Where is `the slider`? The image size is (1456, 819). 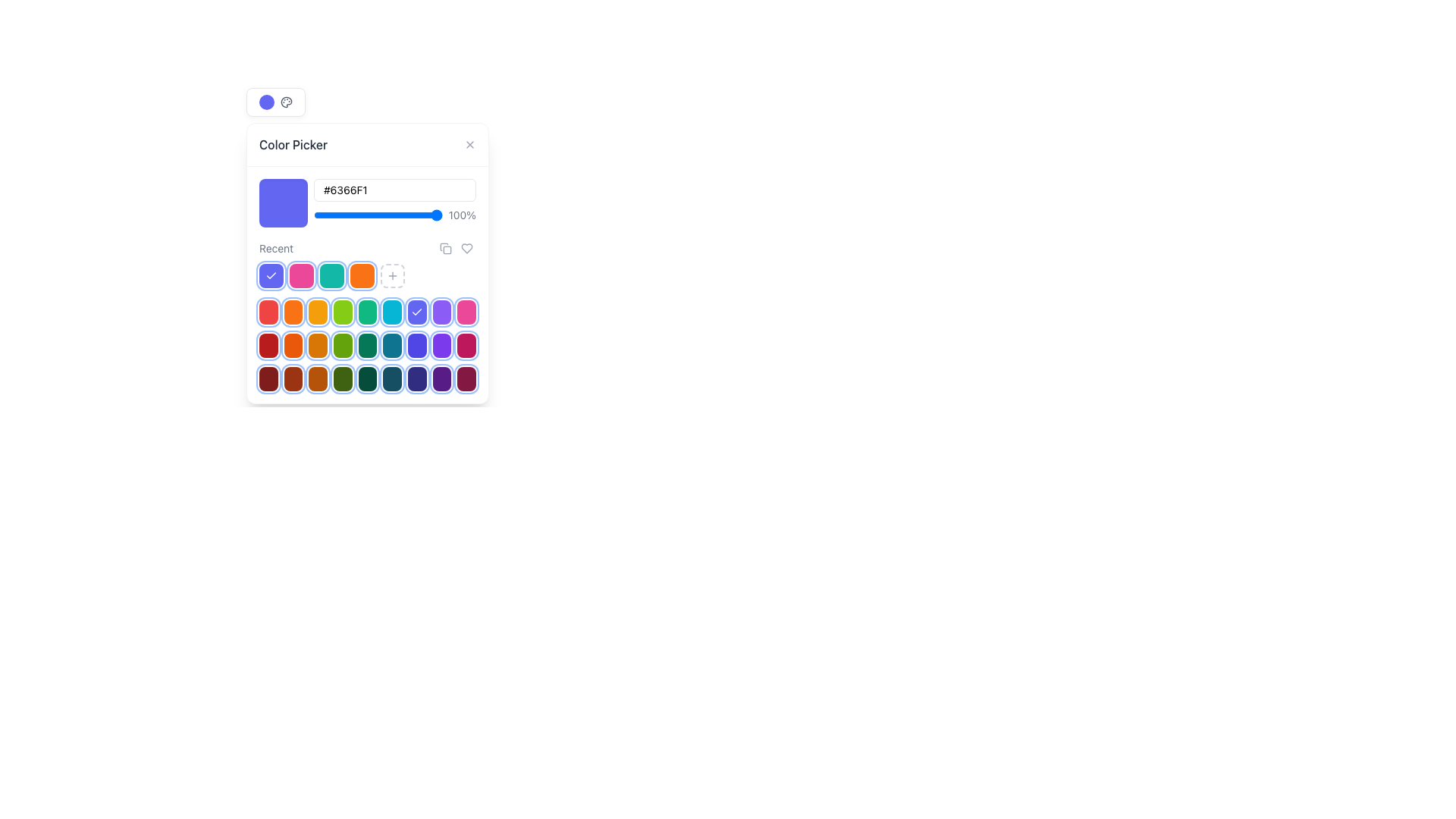 the slider is located at coordinates (344, 215).